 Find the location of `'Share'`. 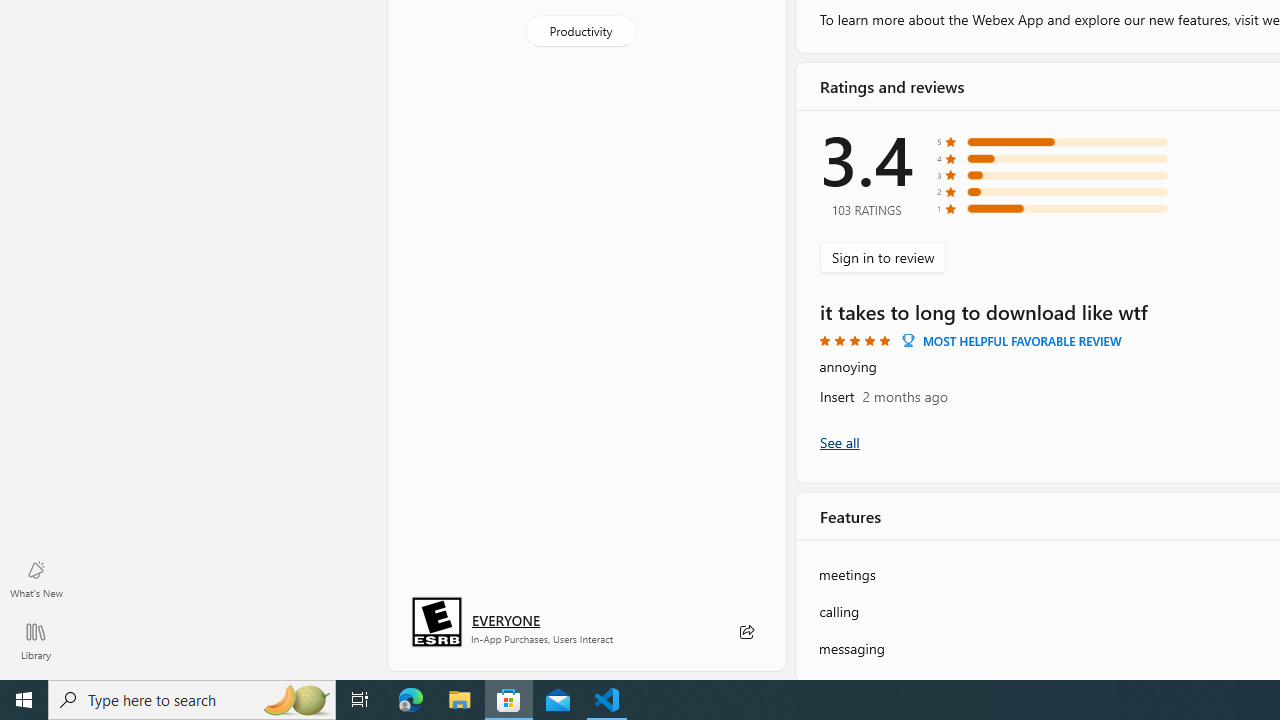

'Share' is located at coordinates (745, 632).